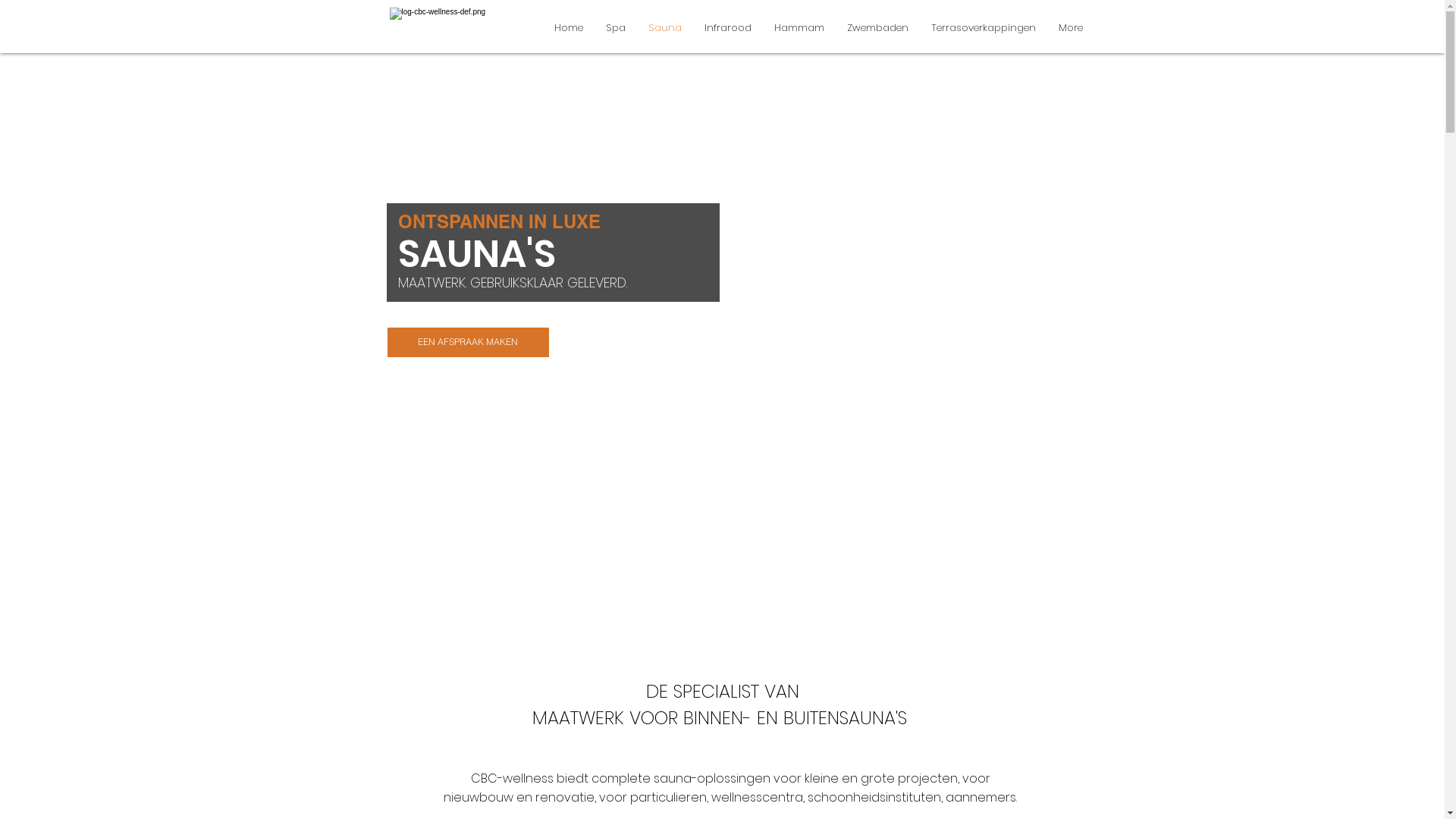  I want to click on 'Spa', so click(615, 27).